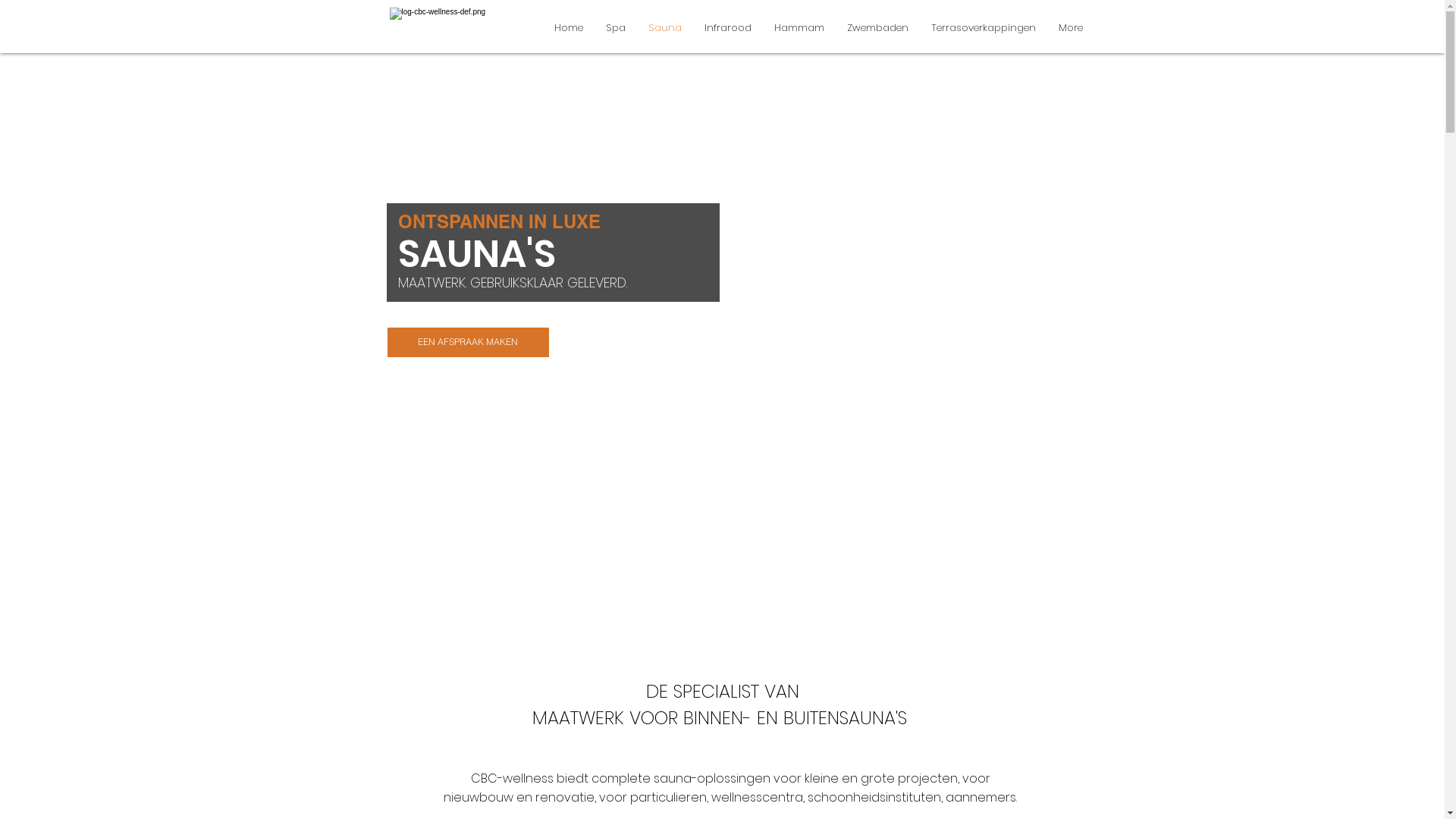  I want to click on 'Spa', so click(615, 27).